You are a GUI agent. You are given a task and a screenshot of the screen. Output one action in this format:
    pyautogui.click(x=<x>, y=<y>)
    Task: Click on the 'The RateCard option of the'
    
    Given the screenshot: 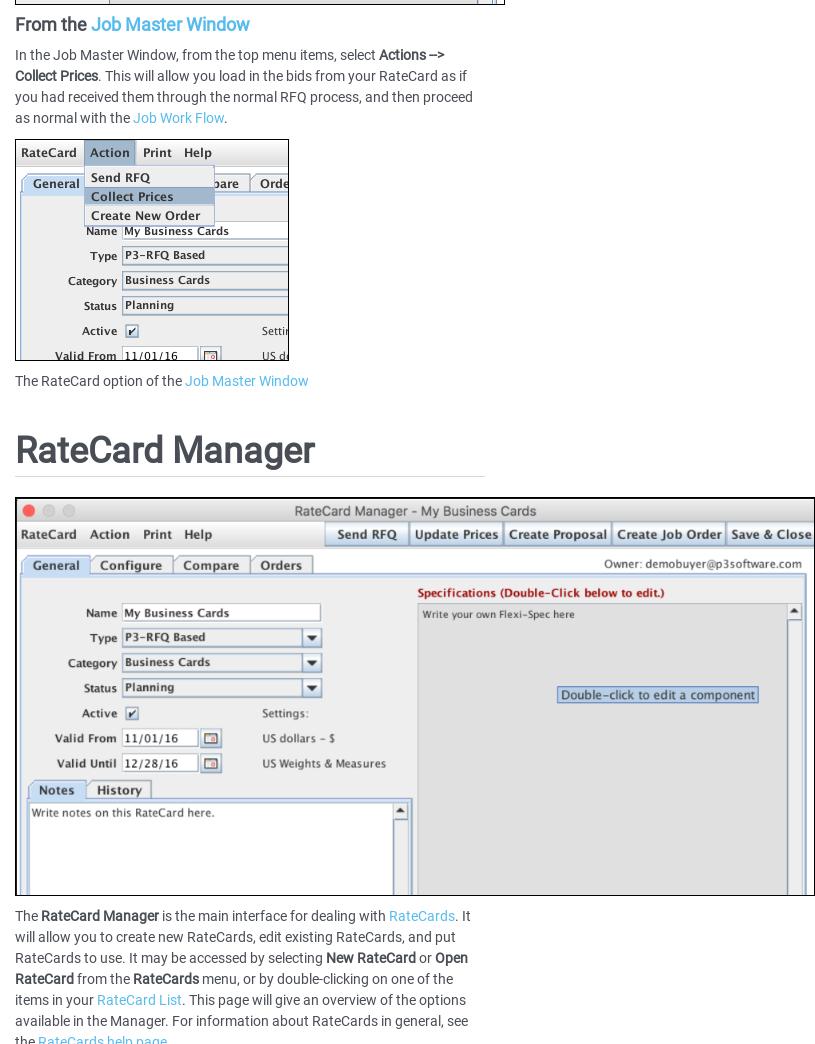 What is the action you would take?
    pyautogui.click(x=99, y=380)
    